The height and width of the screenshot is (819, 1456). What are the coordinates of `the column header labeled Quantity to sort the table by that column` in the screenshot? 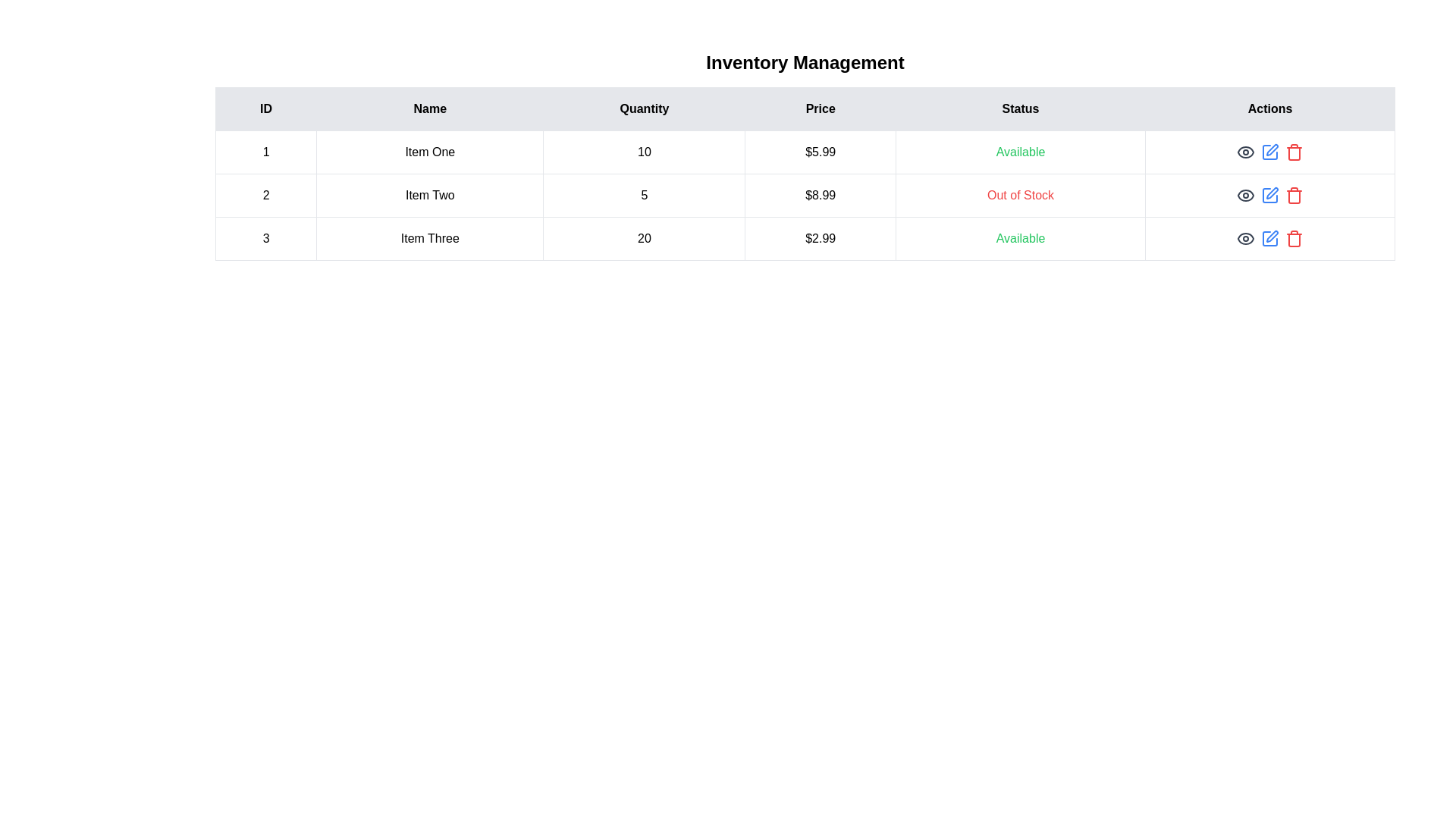 It's located at (644, 108).